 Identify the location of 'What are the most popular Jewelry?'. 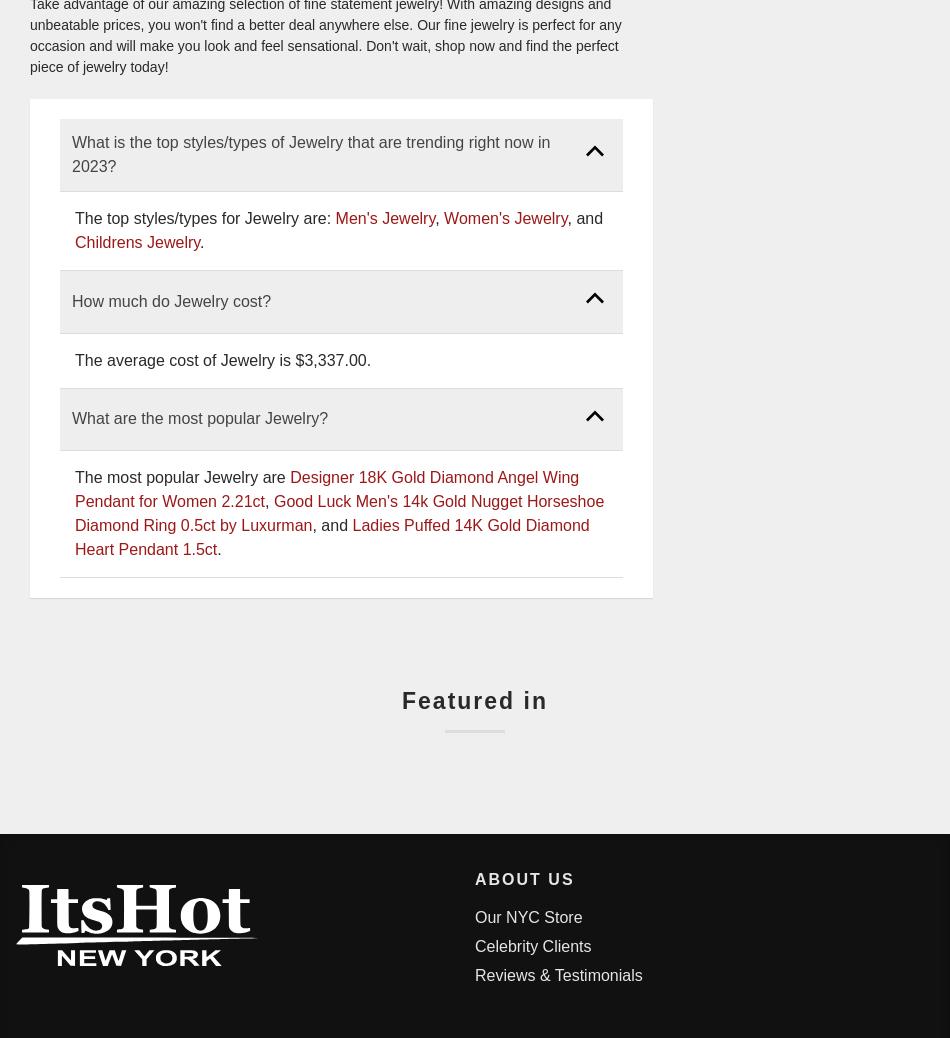
(199, 418).